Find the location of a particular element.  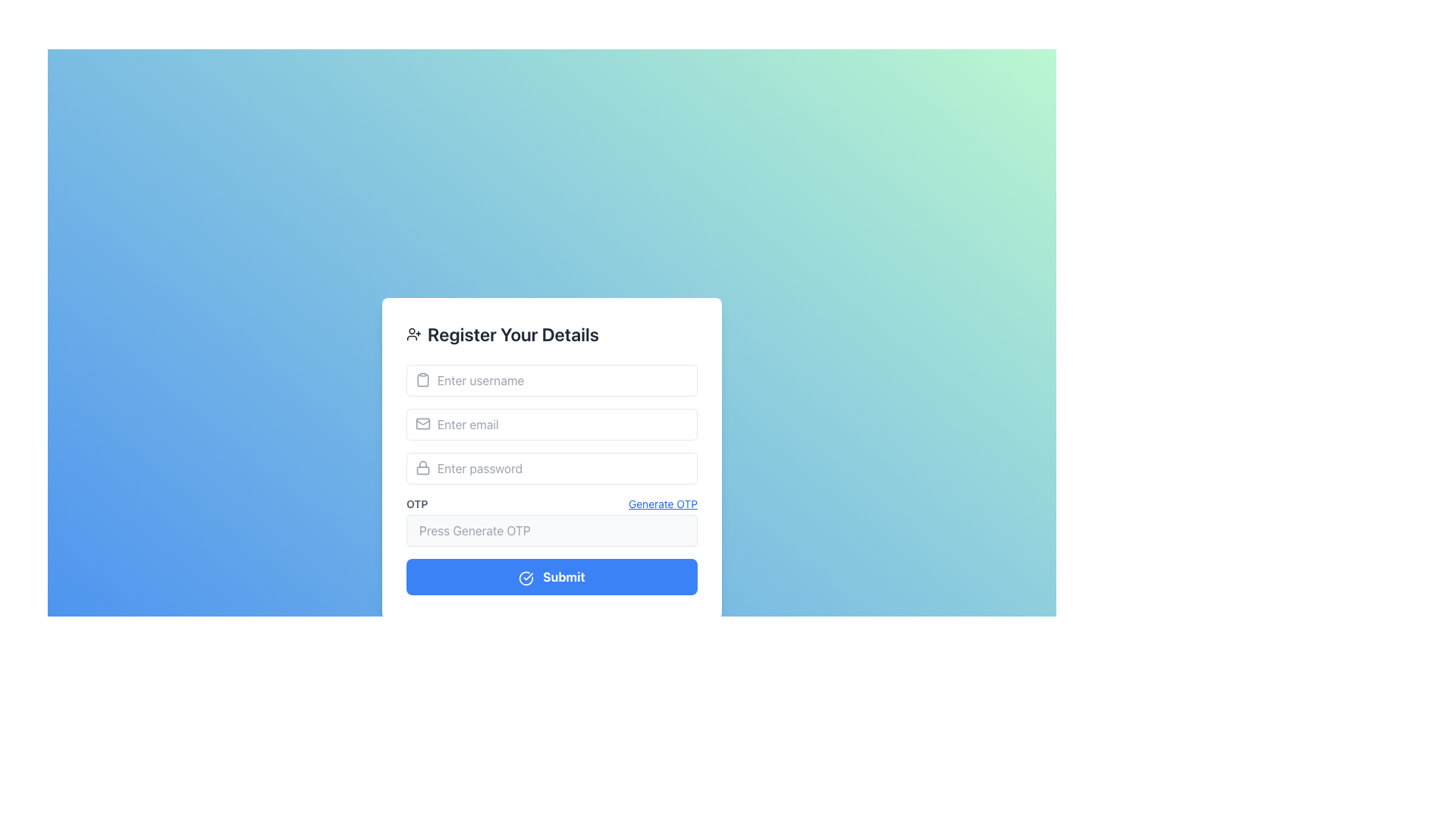

the decorative clipboard icon located to the left of the username input box, which features a minimalistic design with thin, soft-gray strokes is located at coordinates (422, 379).